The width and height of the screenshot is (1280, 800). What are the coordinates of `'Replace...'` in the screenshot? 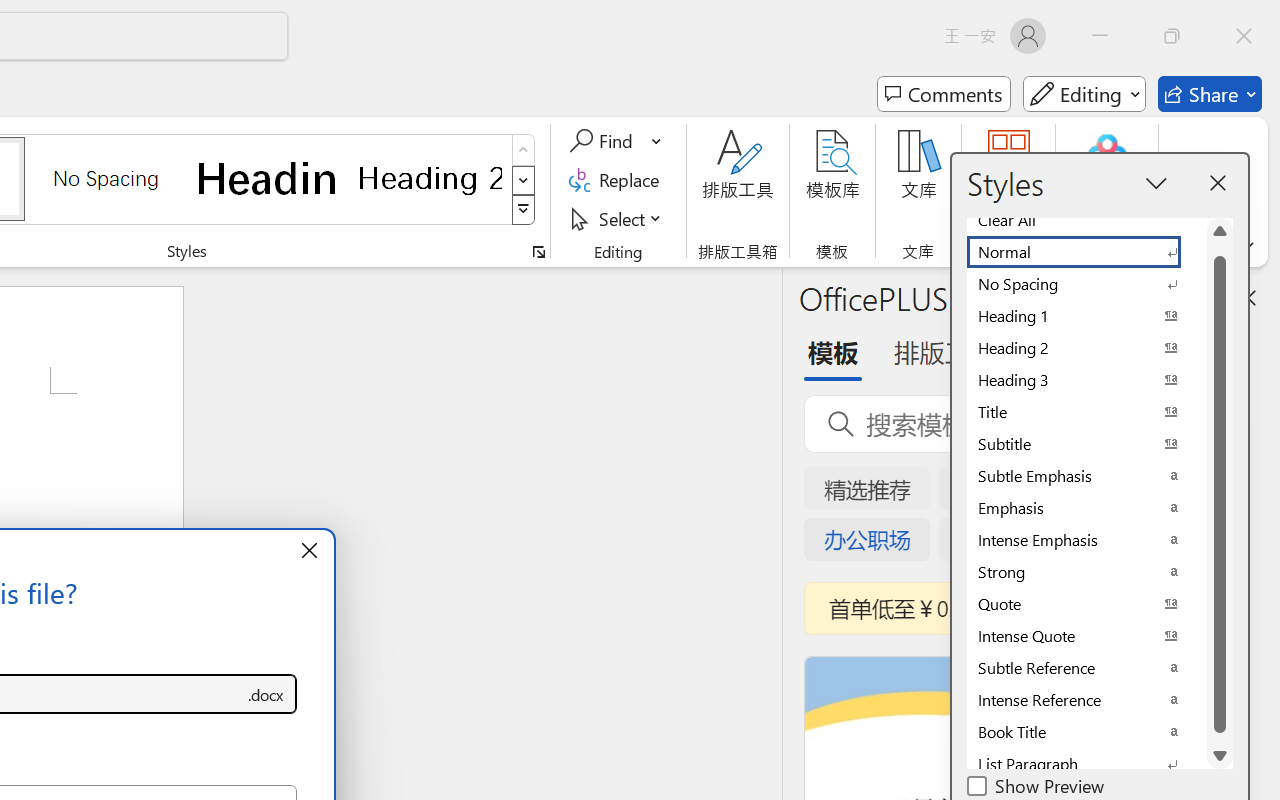 It's located at (616, 179).